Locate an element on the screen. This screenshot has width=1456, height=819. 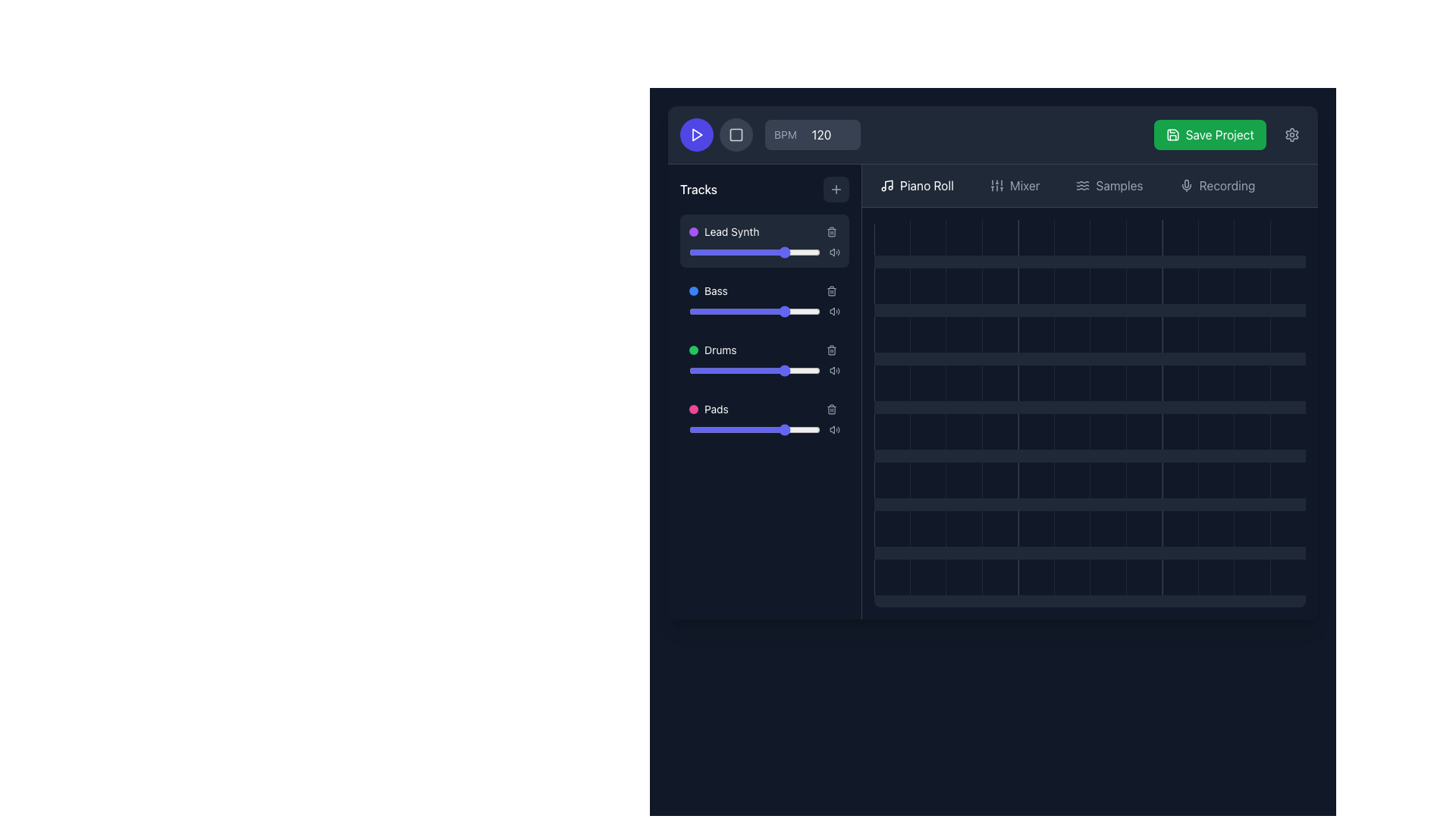
the second grid cell in the fifth row of the 'Piano Roll' tab, which is an interactive component for selecting or marking notes in a music editing interface is located at coordinates (927, 431).